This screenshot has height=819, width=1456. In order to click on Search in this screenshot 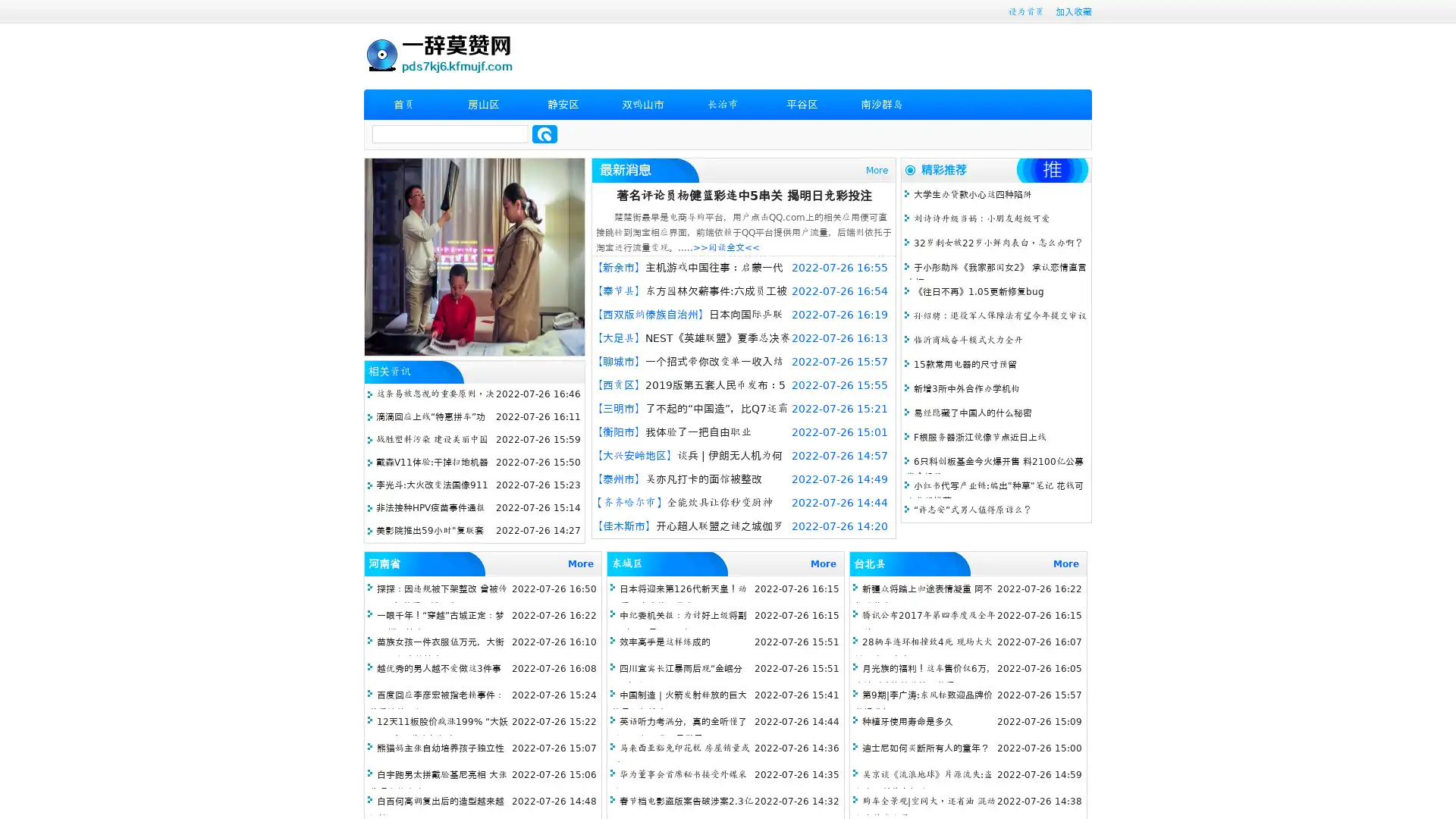, I will do `click(544, 133)`.